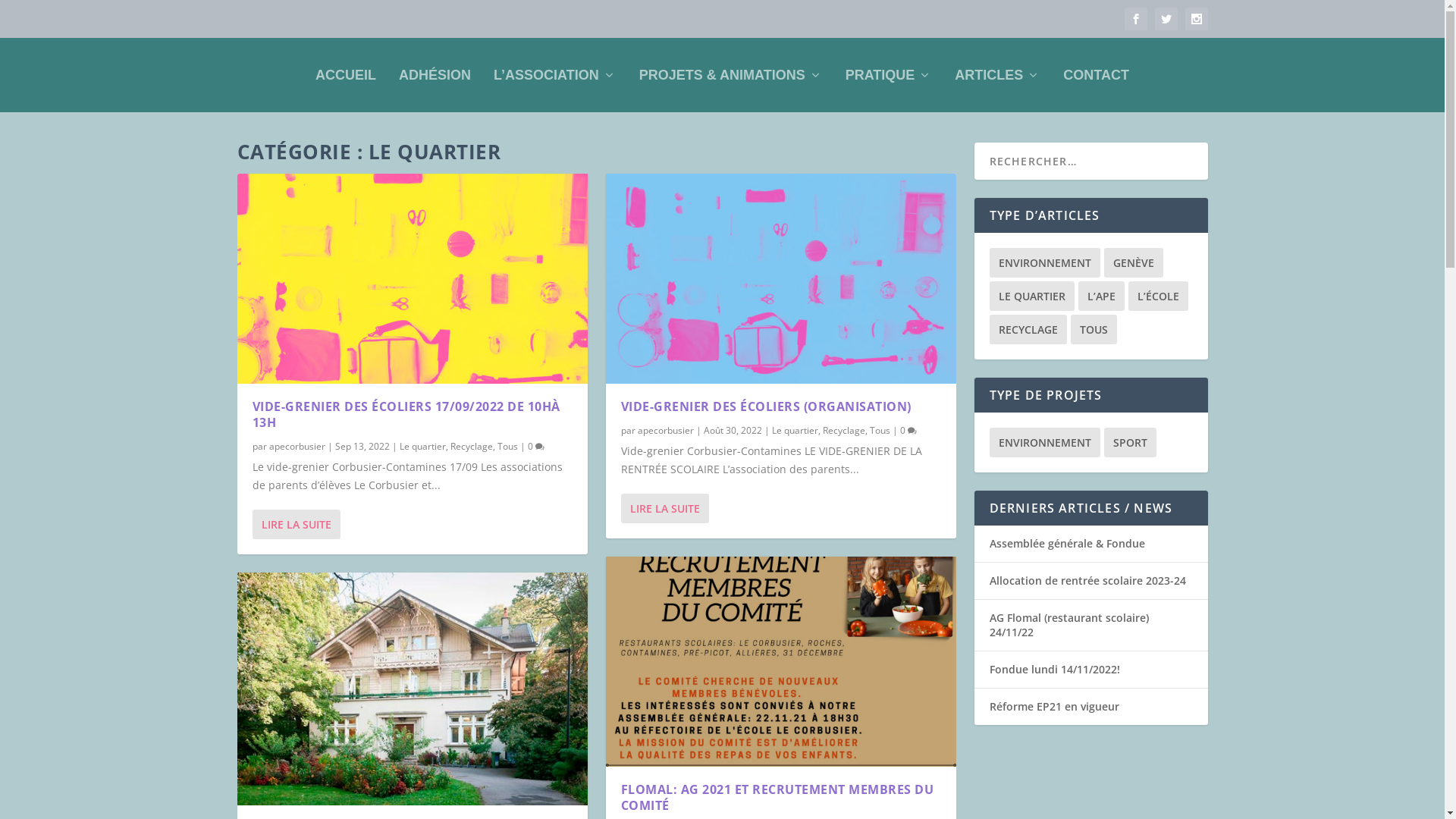 This screenshot has width=1456, height=819. What do you see at coordinates (1031, 296) in the screenshot?
I see `'LE QUARTIER'` at bounding box center [1031, 296].